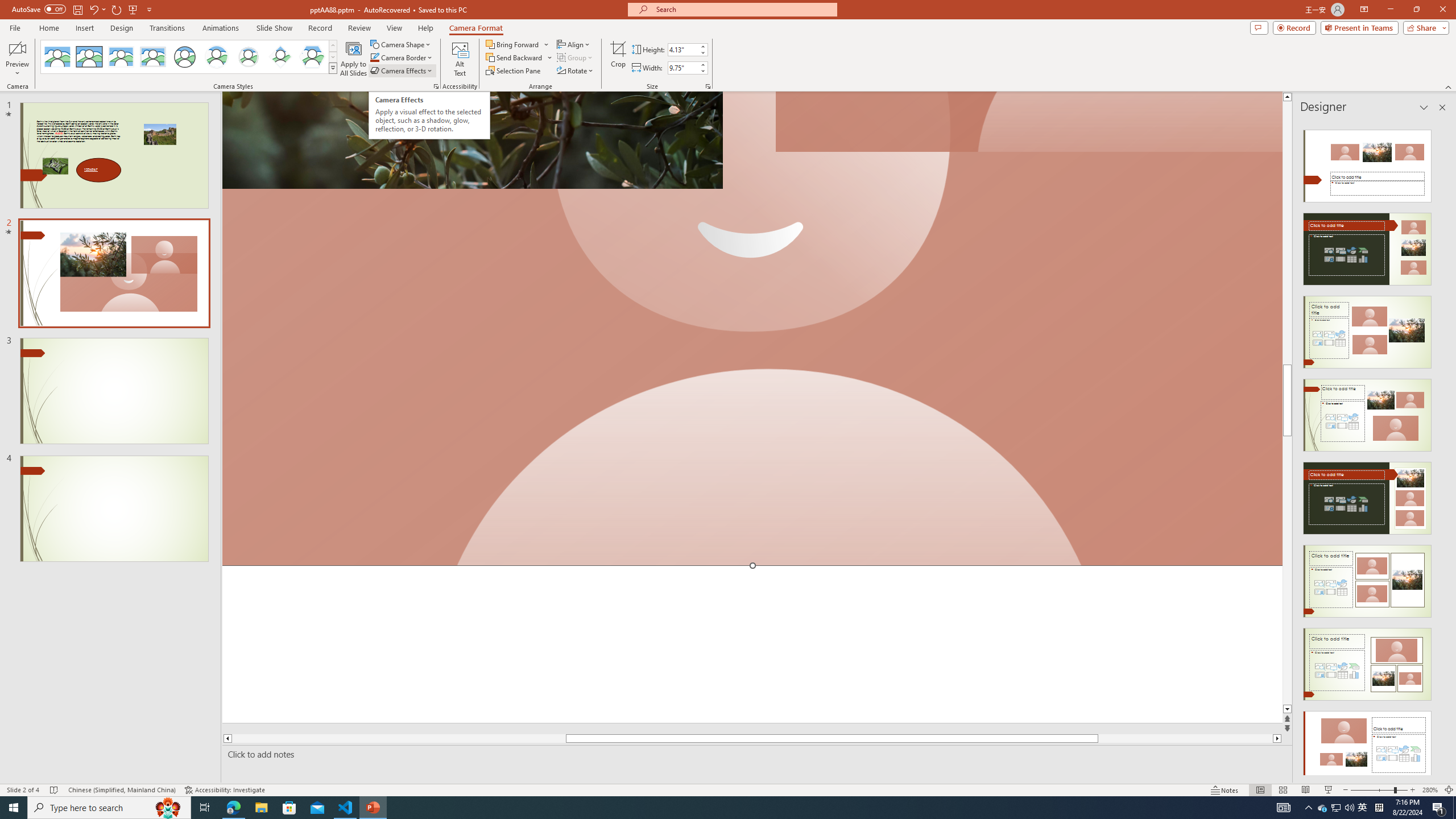 The image size is (1456, 819). Describe the element at coordinates (401, 56) in the screenshot. I see `'Camera Border'` at that location.